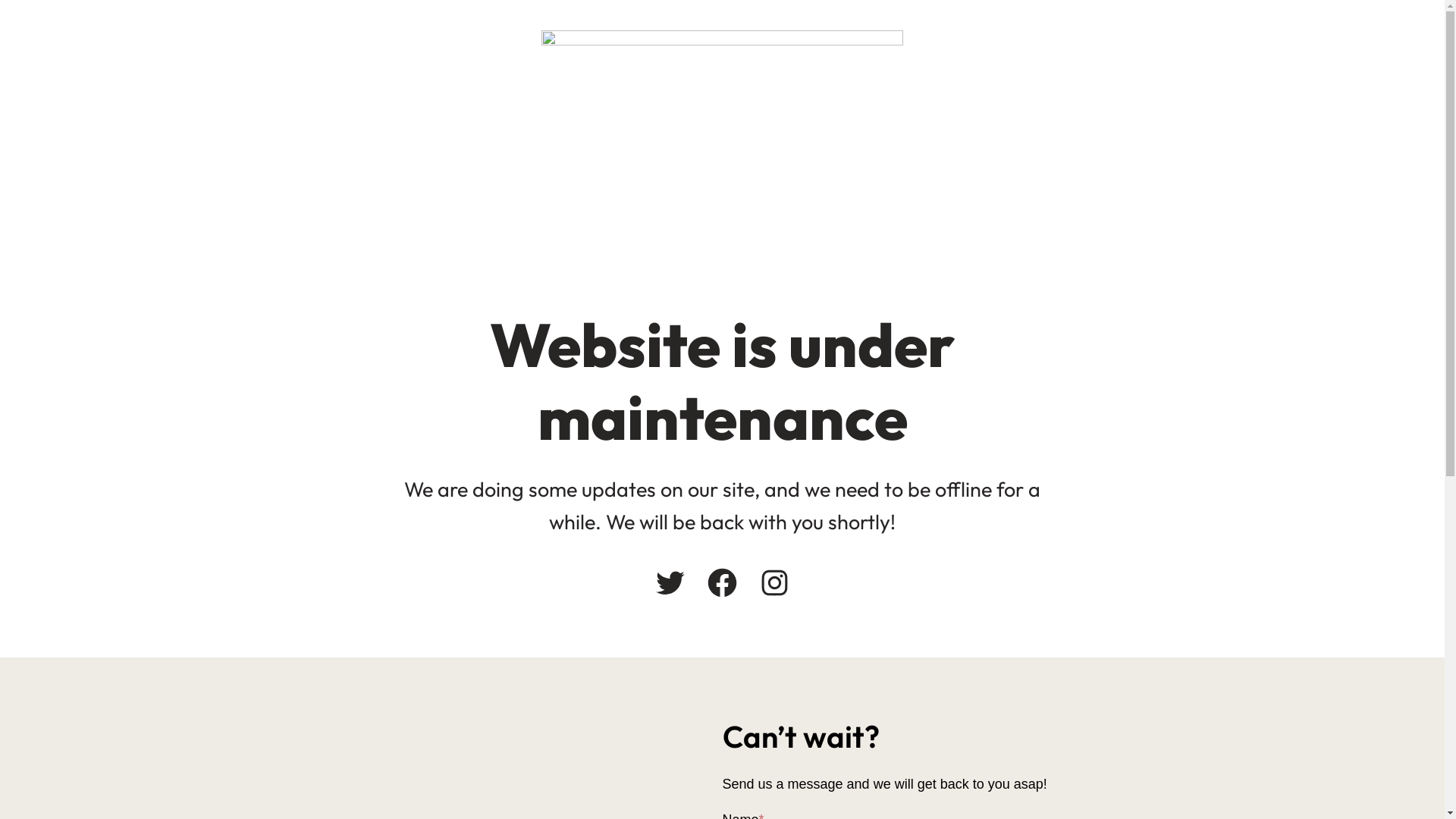 This screenshot has height=819, width=1456. What do you see at coordinates (669, 582) in the screenshot?
I see `'Twitter'` at bounding box center [669, 582].